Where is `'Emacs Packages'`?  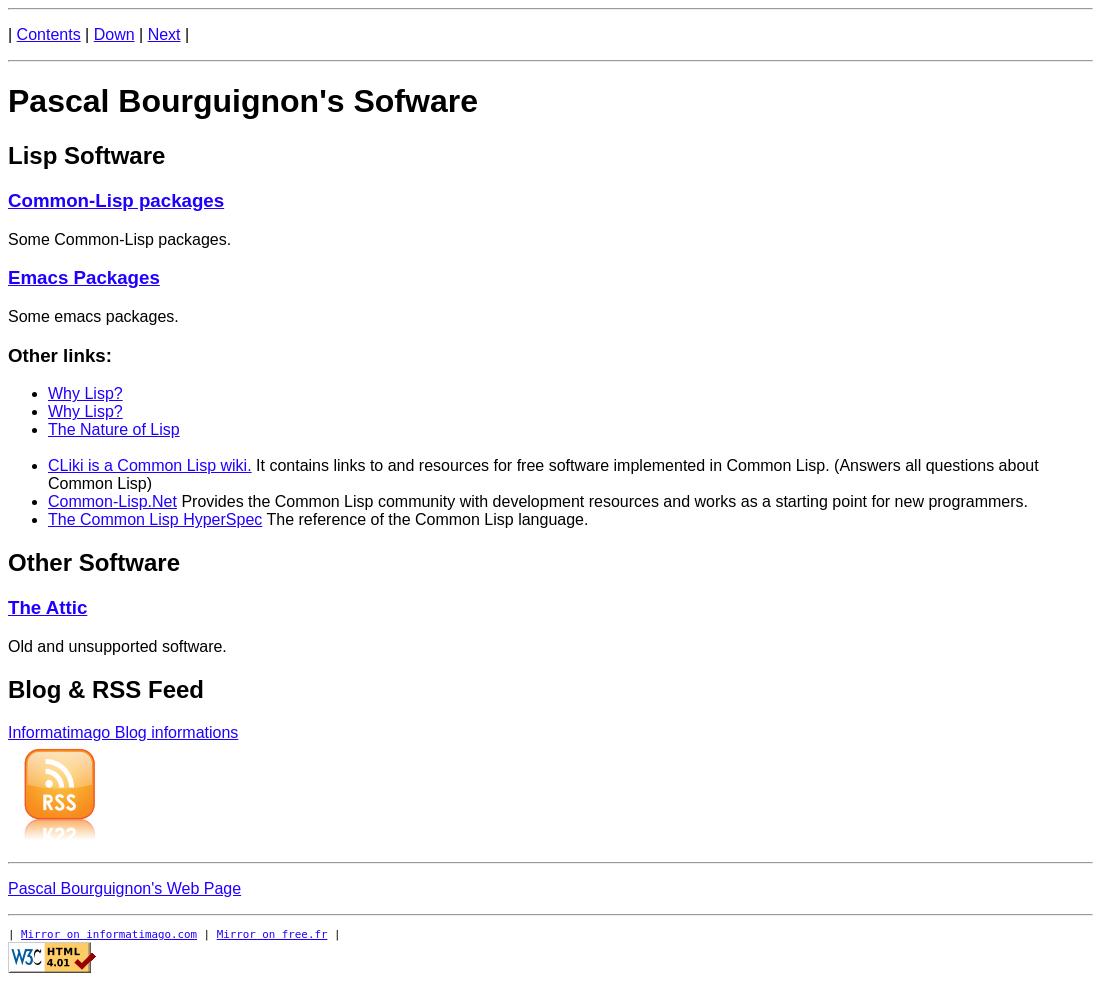 'Emacs Packages' is located at coordinates (83, 277).